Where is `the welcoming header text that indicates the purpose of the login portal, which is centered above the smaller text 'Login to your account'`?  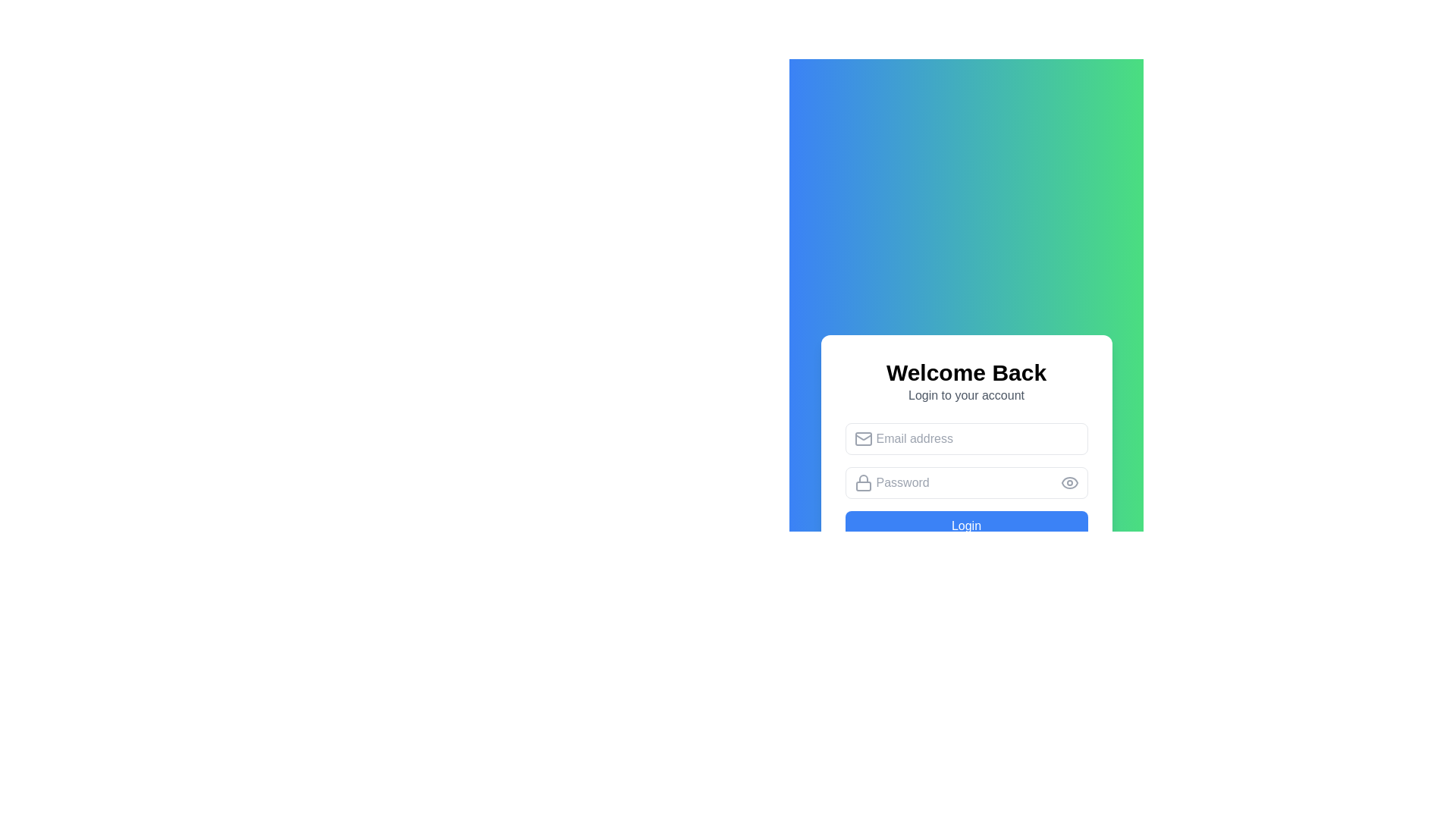 the welcoming header text that indicates the purpose of the login portal, which is centered above the smaller text 'Login to your account' is located at coordinates (965, 373).